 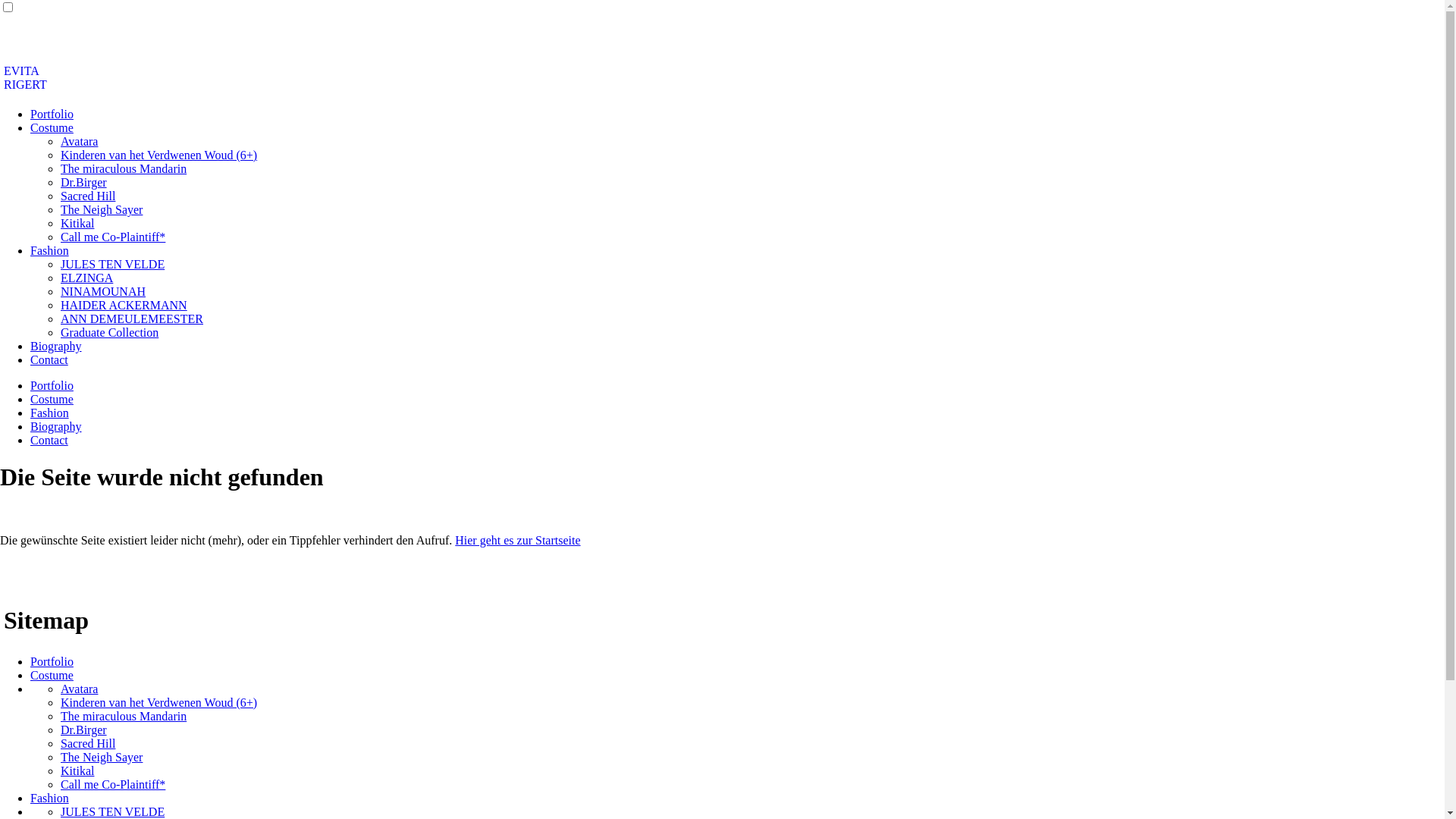 I want to click on 'EVITA, so click(x=25, y=77).